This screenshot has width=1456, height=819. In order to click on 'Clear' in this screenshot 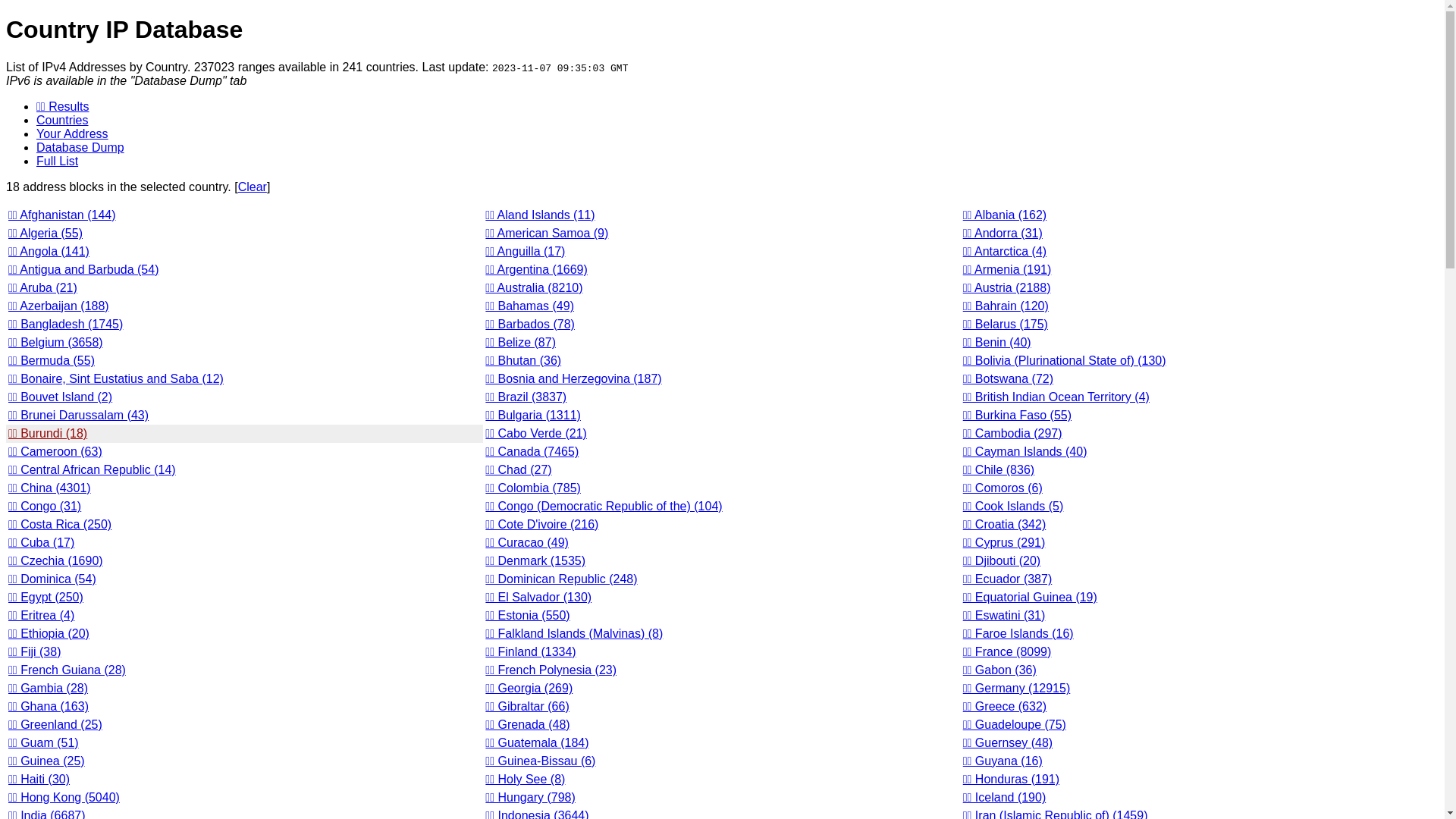, I will do `click(252, 186)`.